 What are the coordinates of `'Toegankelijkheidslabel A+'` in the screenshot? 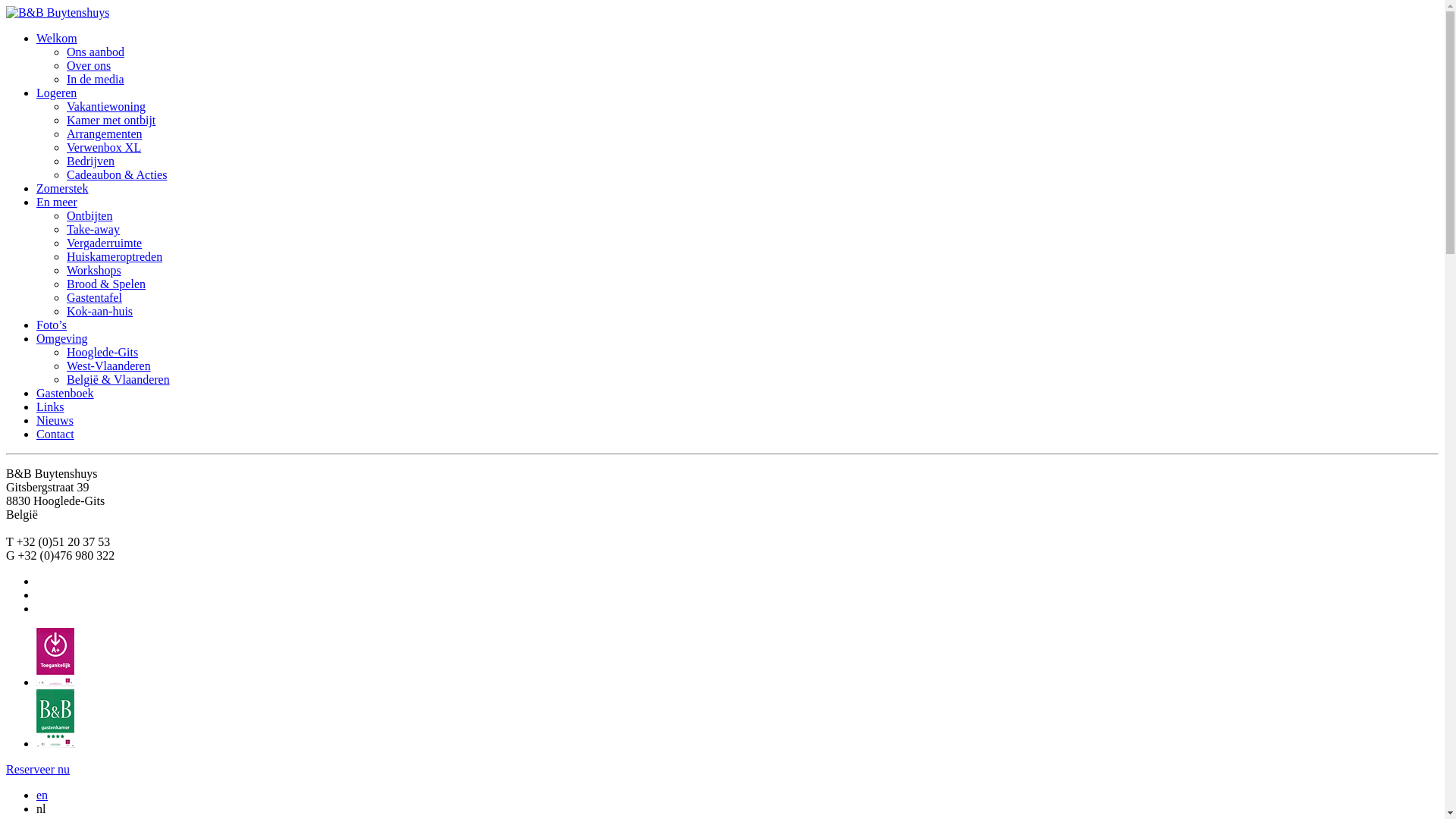 It's located at (55, 681).